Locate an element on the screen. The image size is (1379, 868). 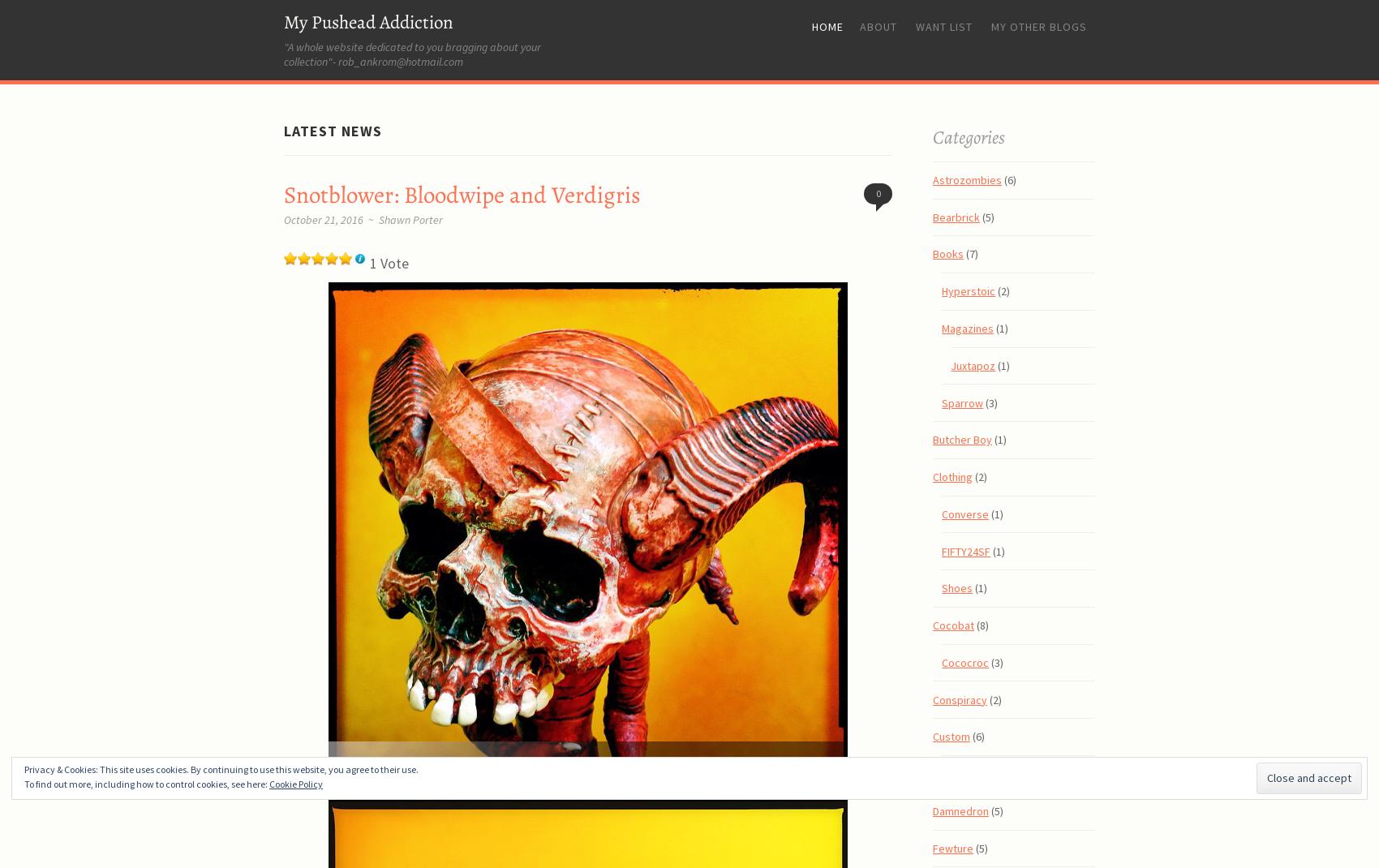
'Sparrow' is located at coordinates (961, 402).